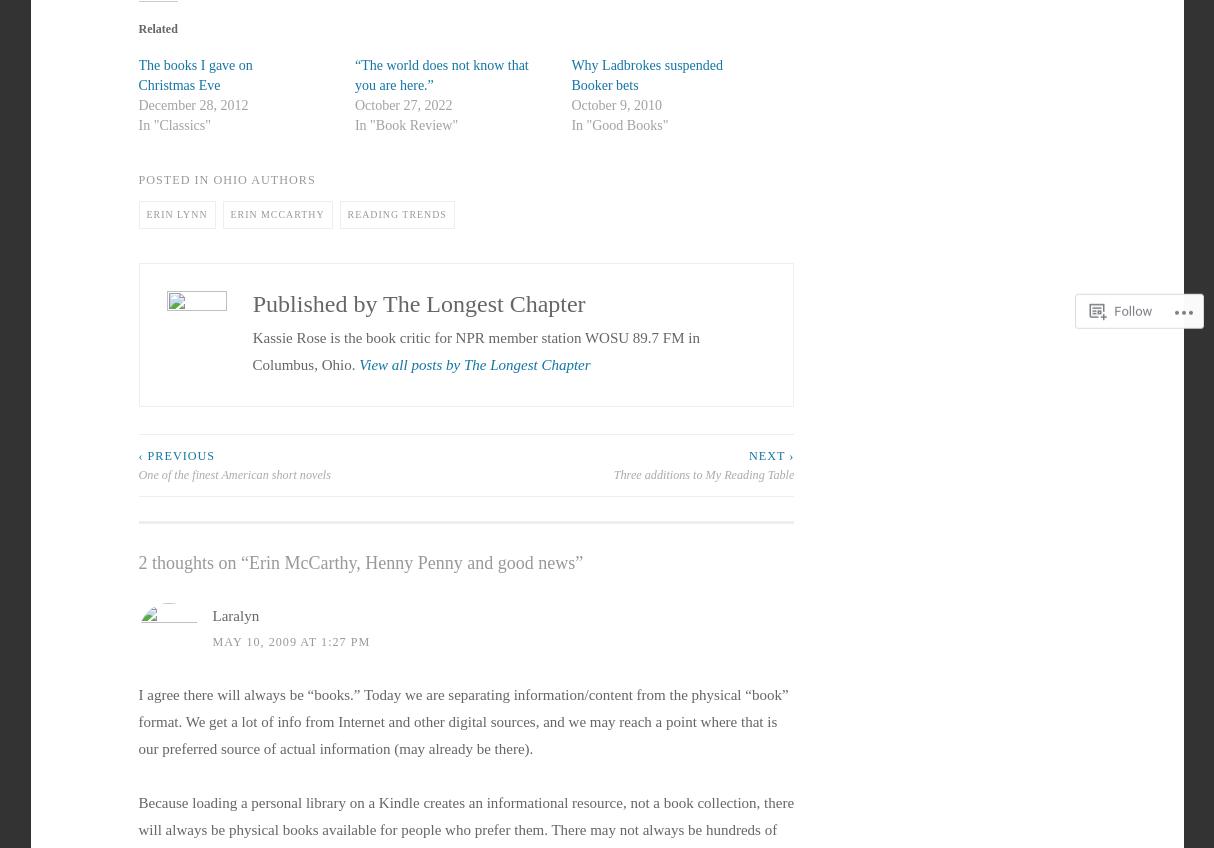 This screenshot has height=848, width=1214. I want to click on 'Posted in', so click(174, 180).